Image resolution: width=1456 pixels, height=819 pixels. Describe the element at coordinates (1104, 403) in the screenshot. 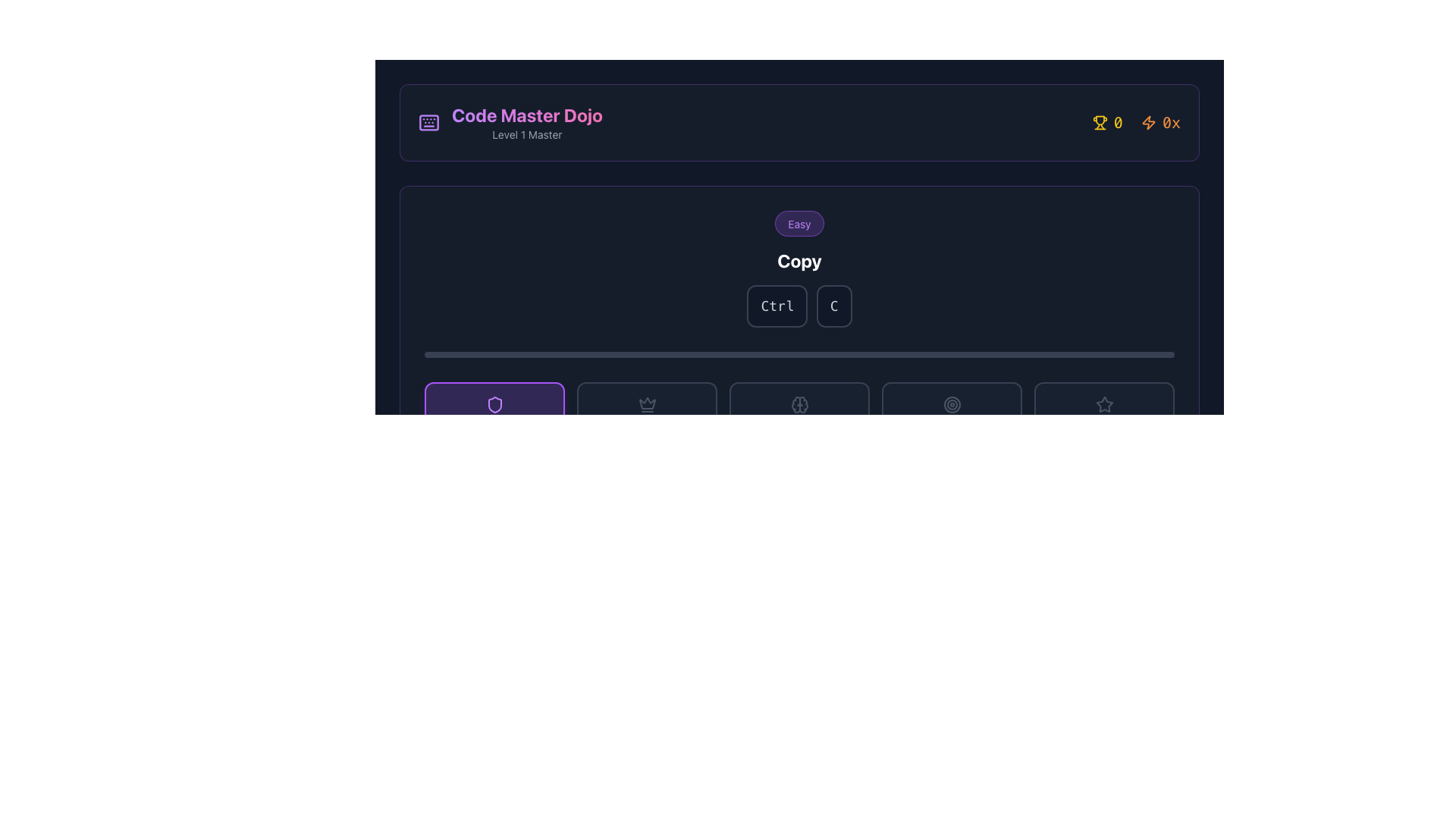

I see `the button representing a star icon located at the bottom right corner of a five-column grid layout, which is the fifth item in the row` at that location.